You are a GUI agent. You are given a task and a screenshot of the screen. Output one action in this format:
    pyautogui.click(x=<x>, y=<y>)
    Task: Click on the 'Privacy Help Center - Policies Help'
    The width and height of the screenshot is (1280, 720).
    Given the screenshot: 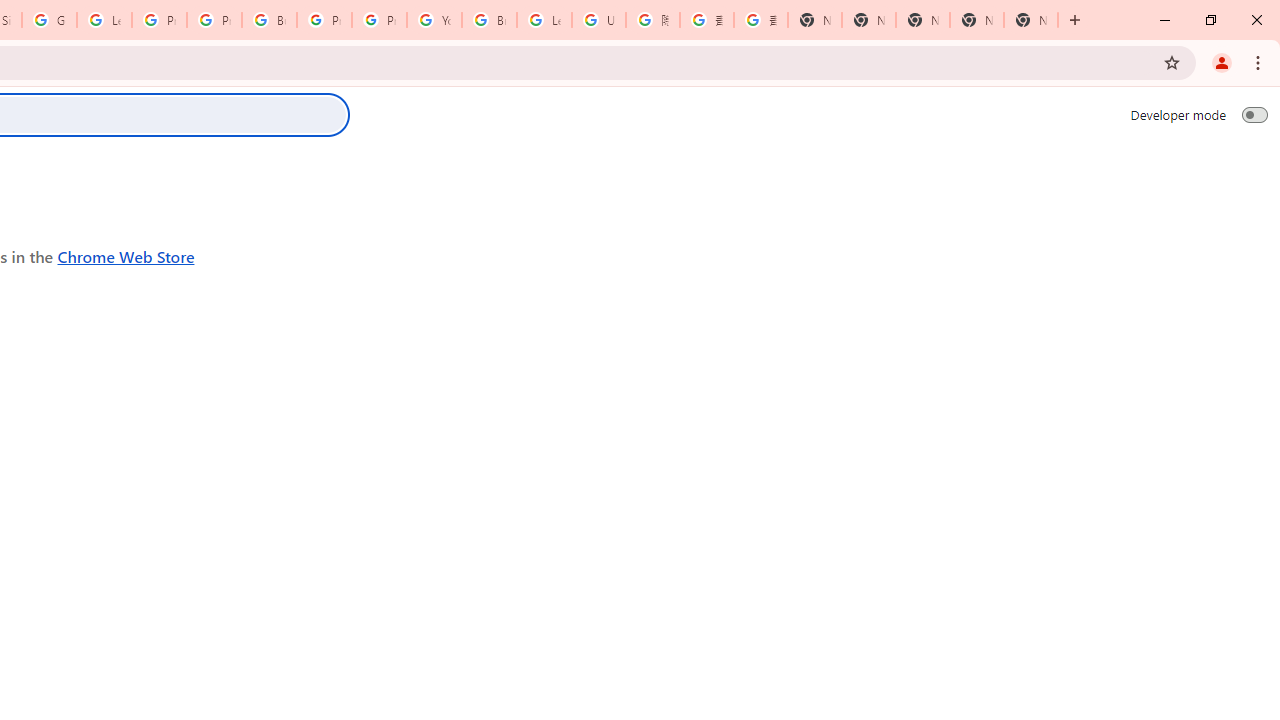 What is the action you would take?
    pyautogui.click(x=158, y=20)
    